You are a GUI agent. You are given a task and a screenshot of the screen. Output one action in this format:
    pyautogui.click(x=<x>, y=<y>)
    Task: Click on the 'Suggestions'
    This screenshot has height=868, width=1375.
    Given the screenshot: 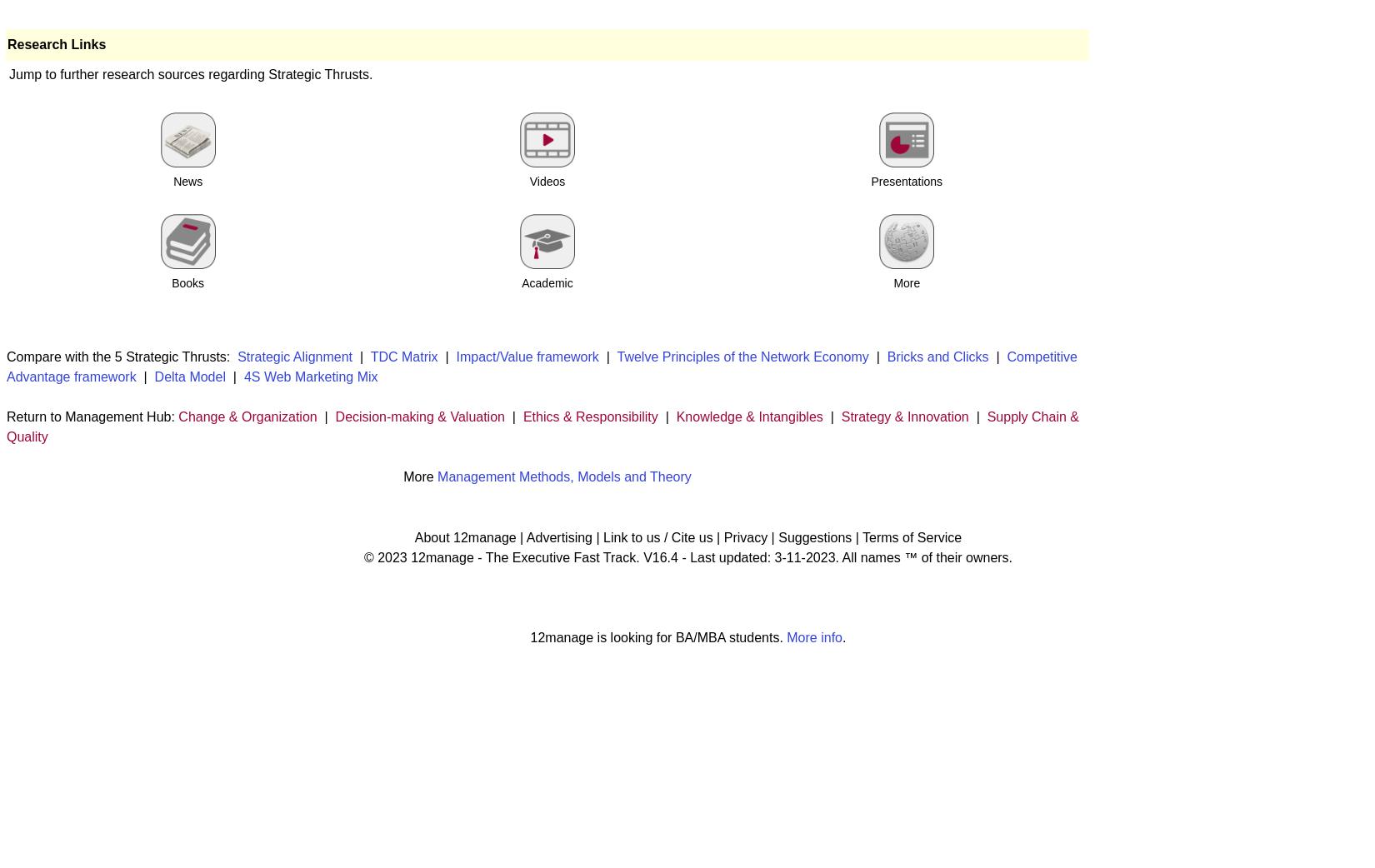 What is the action you would take?
    pyautogui.click(x=814, y=536)
    